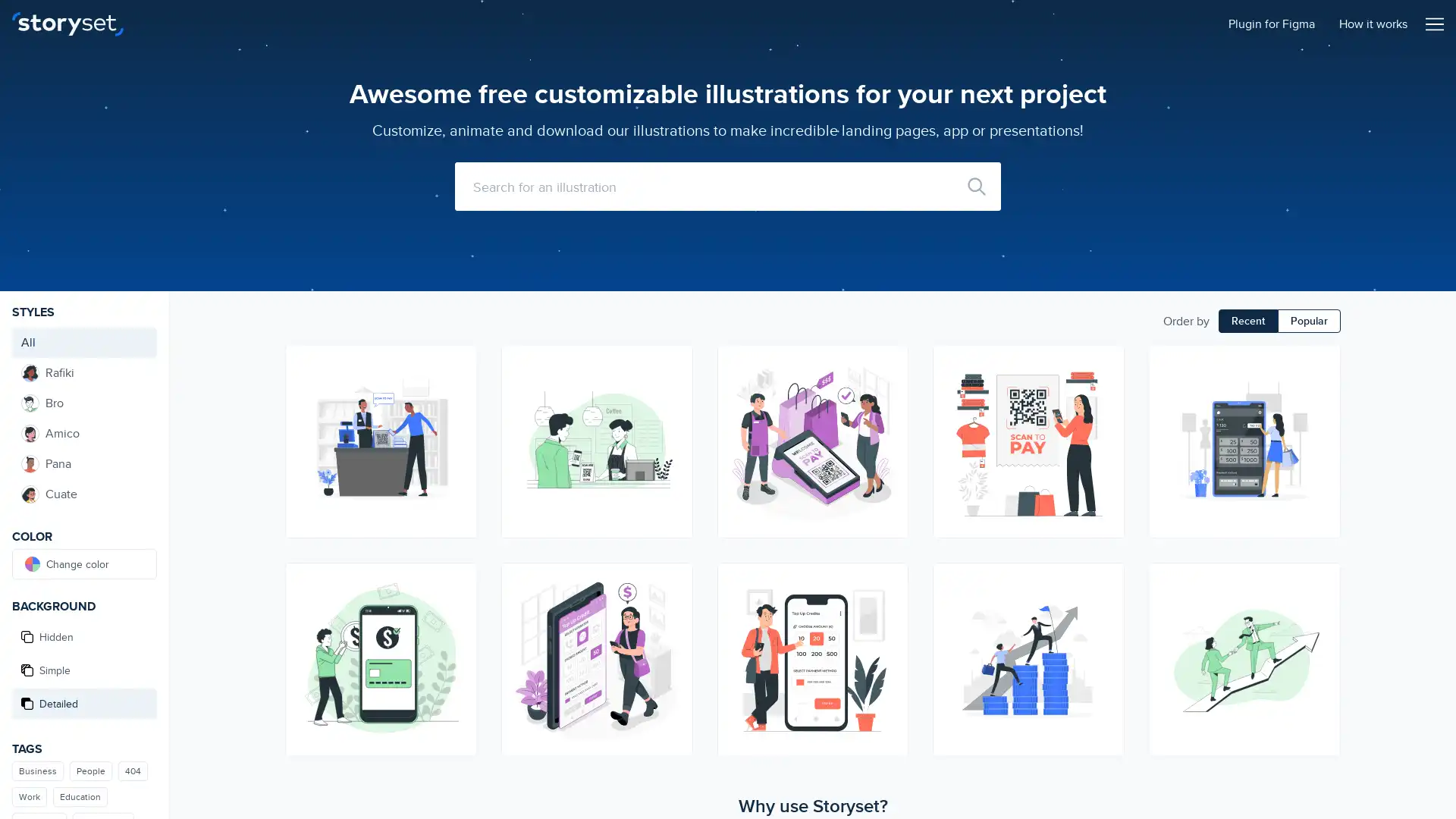  What do you see at coordinates (889, 635) in the screenshot?
I see `Pinterest icon Save` at bounding box center [889, 635].